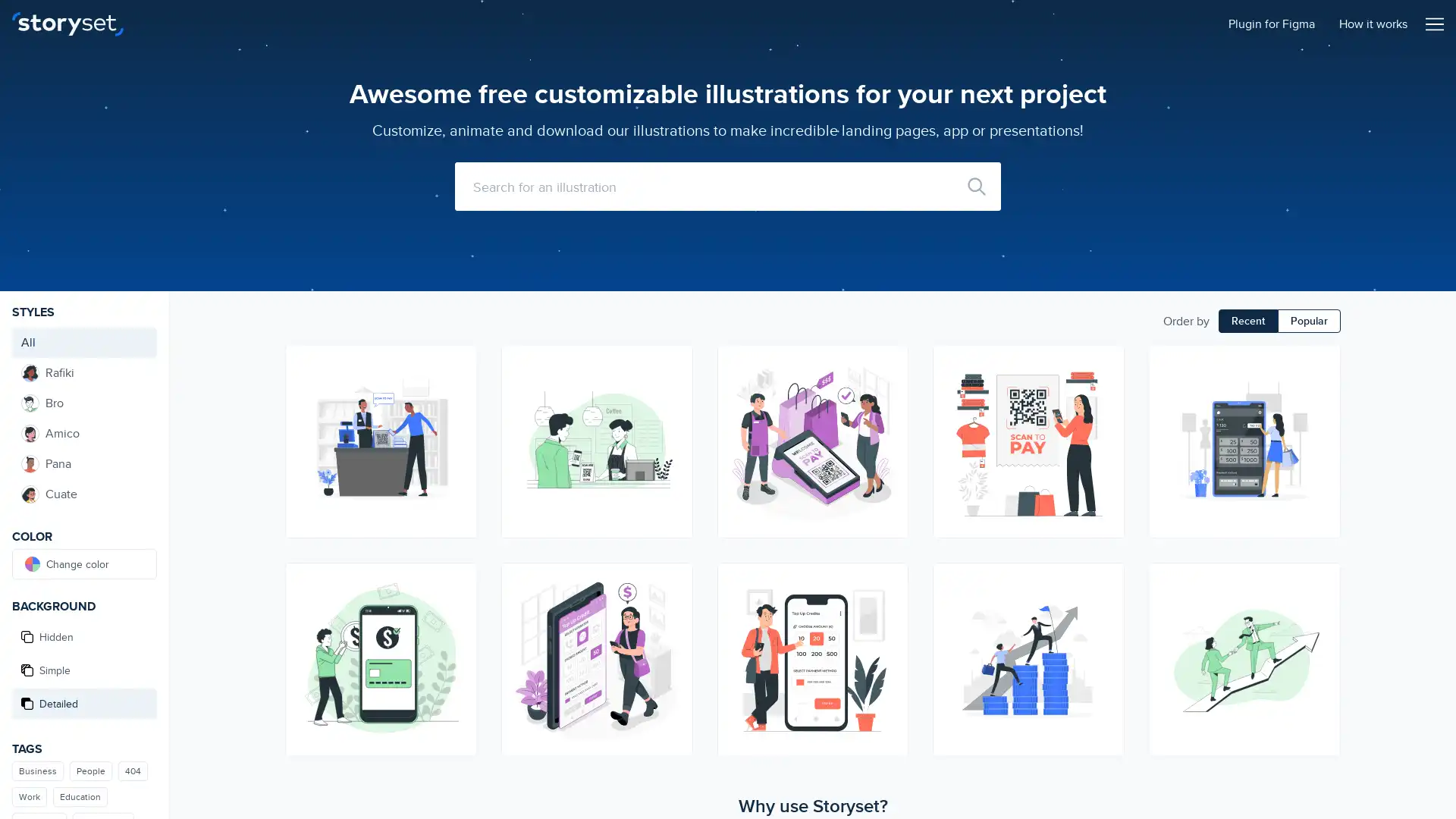  What do you see at coordinates (889, 635) in the screenshot?
I see `Pinterest icon Save` at bounding box center [889, 635].